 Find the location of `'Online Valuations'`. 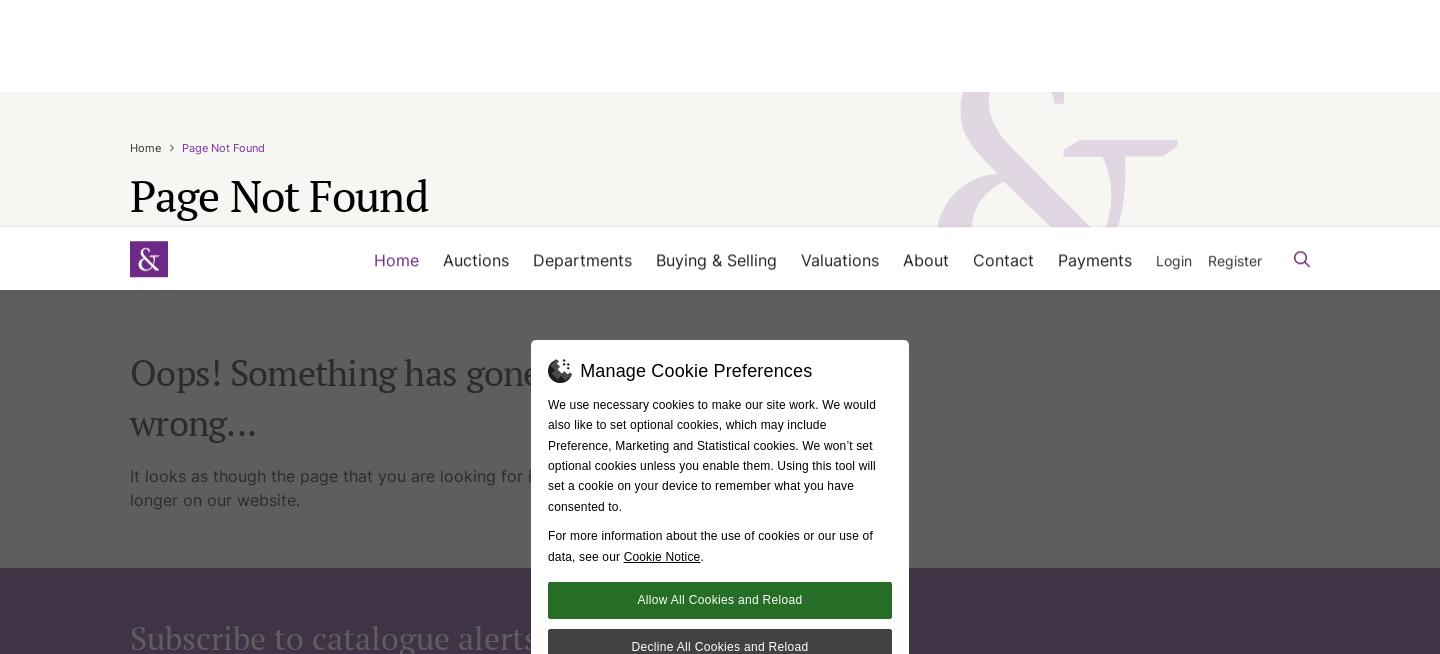

'Online Valuations' is located at coordinates (817, 48).